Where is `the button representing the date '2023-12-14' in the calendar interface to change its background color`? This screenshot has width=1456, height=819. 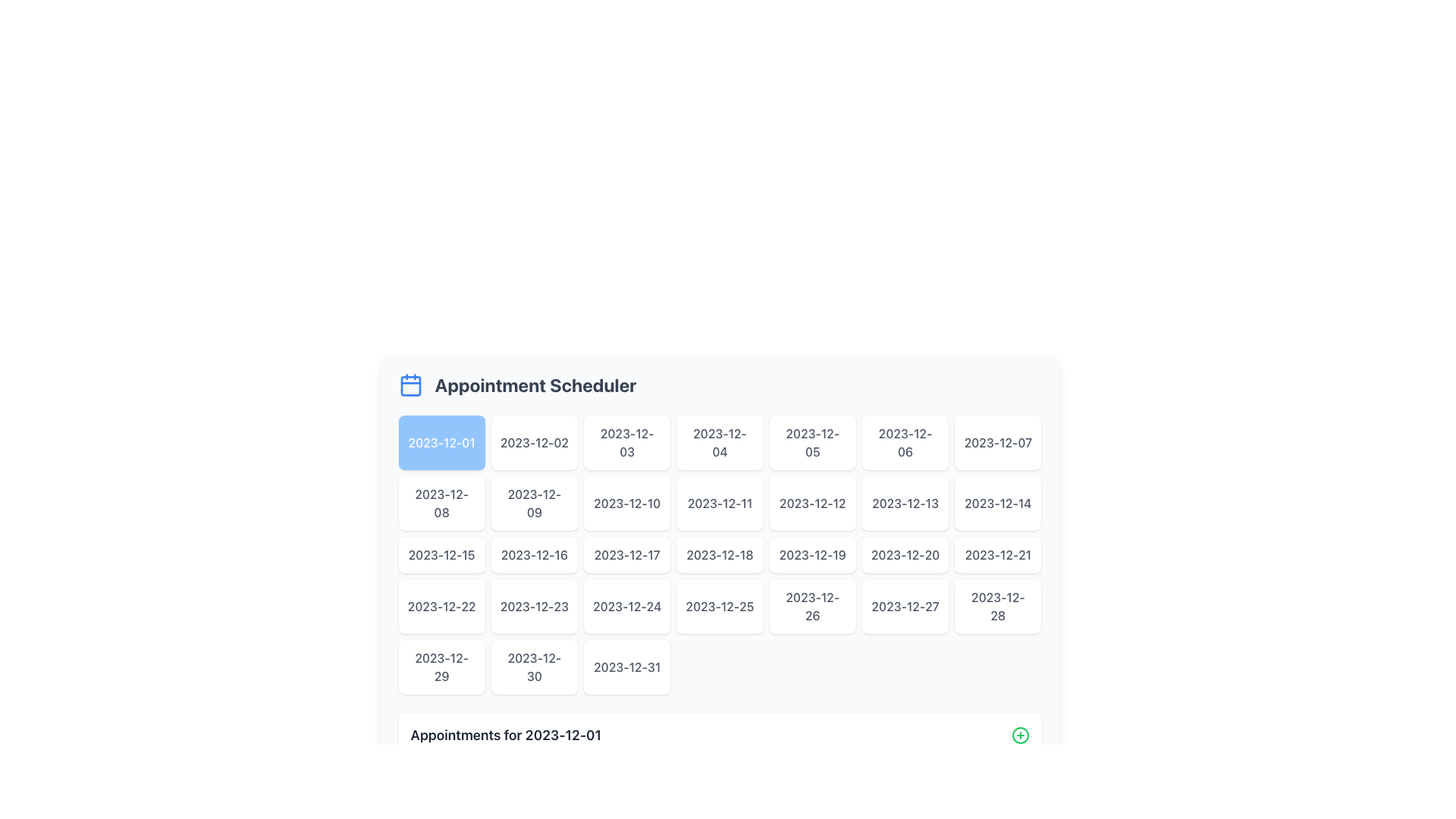
the button representing the date '2023-12-14' in the calendar interface to change its background color is located at coordinates (998, 503).